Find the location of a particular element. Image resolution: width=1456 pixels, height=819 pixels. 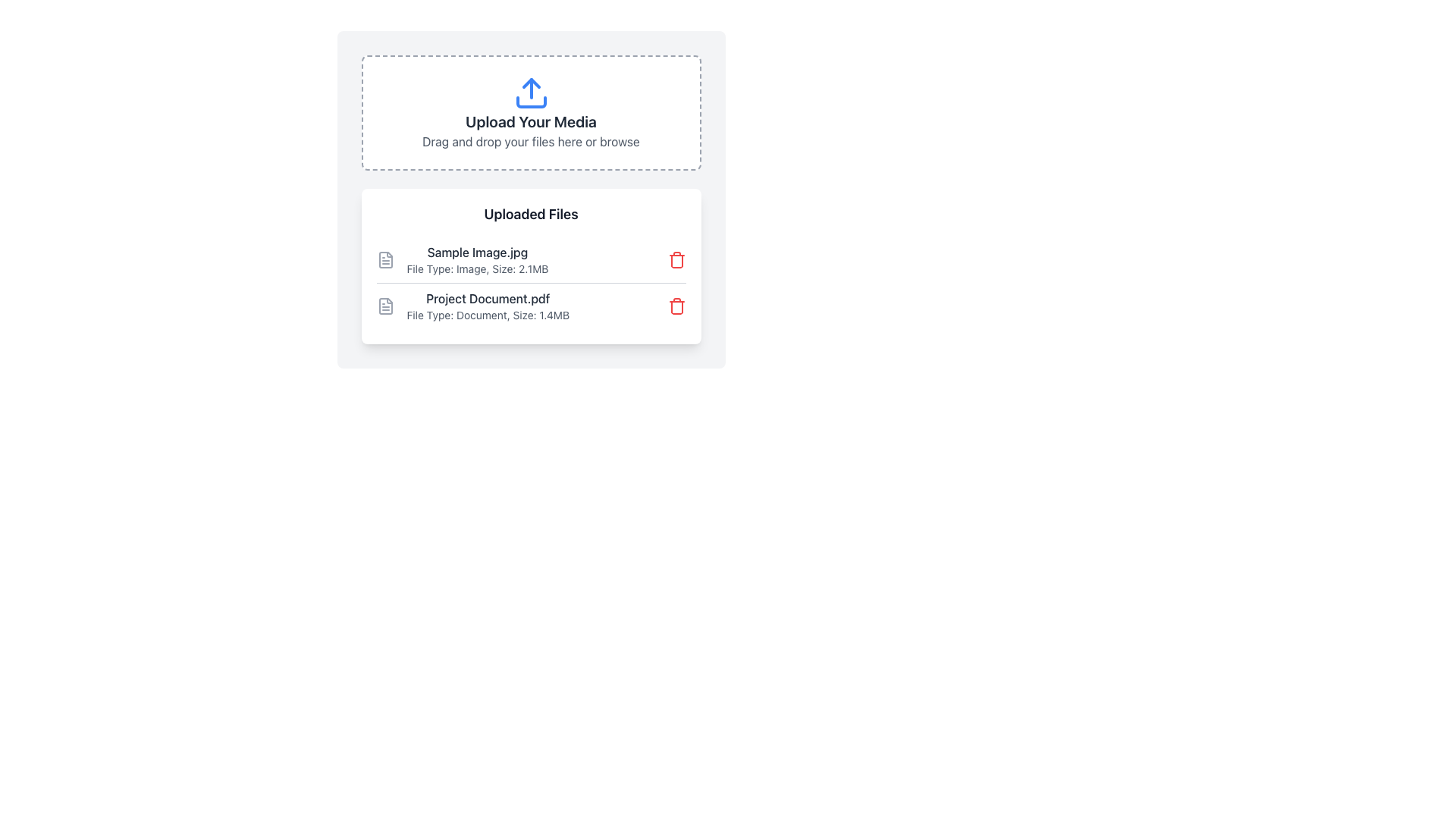

the metadata text element that displays the file type 'Document' and size '1.4MB', which is located below the file name 'Project Document.pdf' is located at coordinates (488, 315).